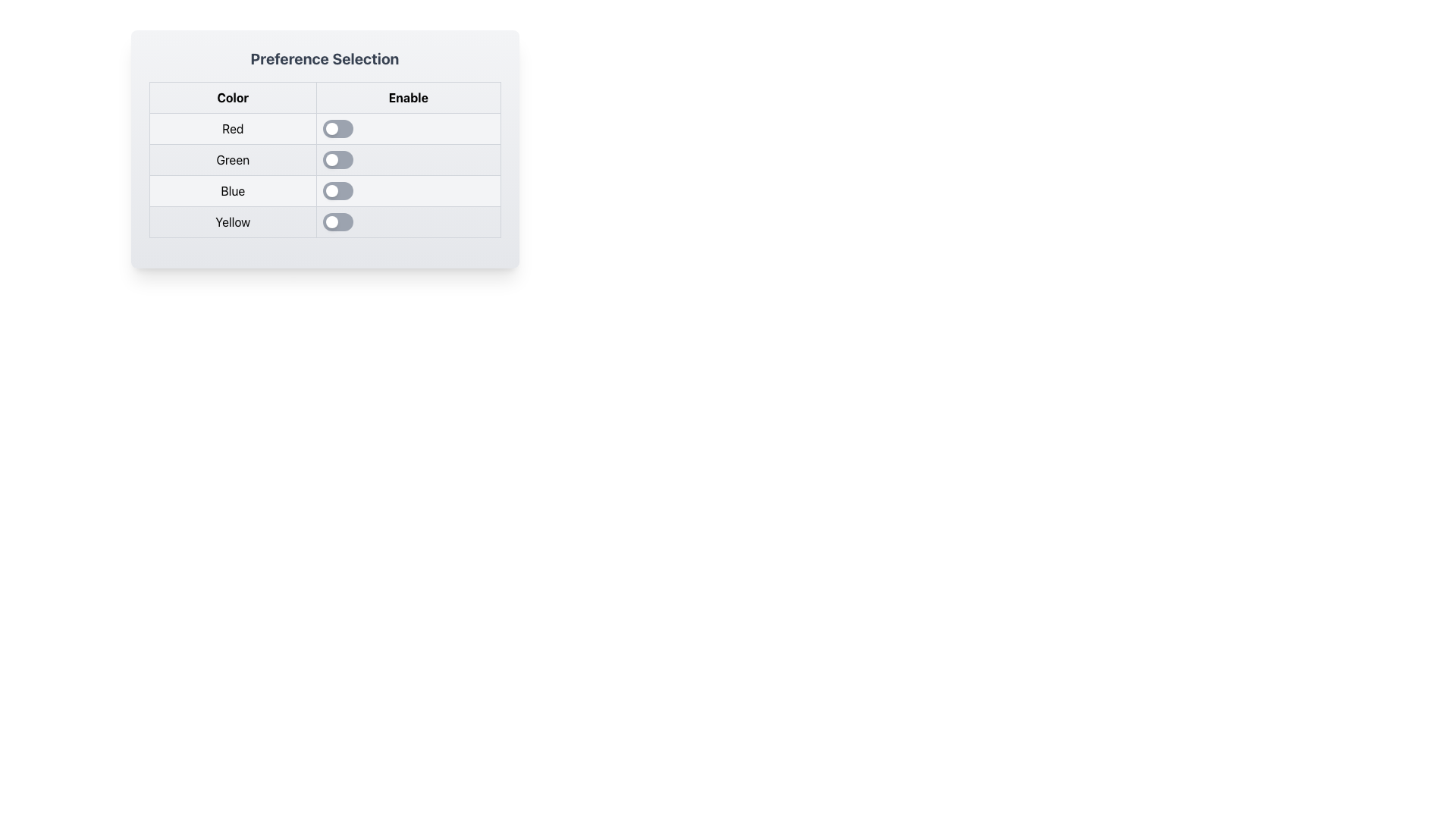 This screenshot has width=1456, height=819. I want to click on the 'Yellow' text label located in the last row under the 'Color' column of the table, so click(232, 222).